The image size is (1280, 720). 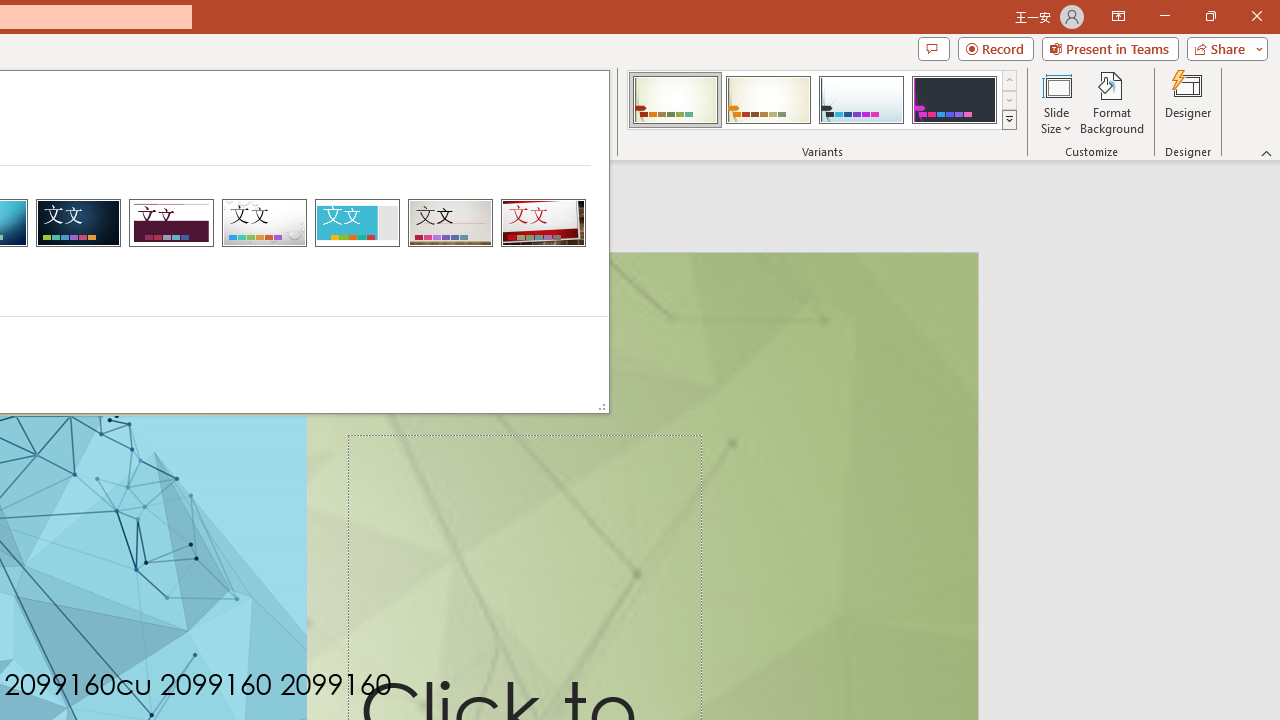 What do you see at coordinates (1009, 120) in the screenshot?
I see `'Variants'` at bounding box center [1009, 120].